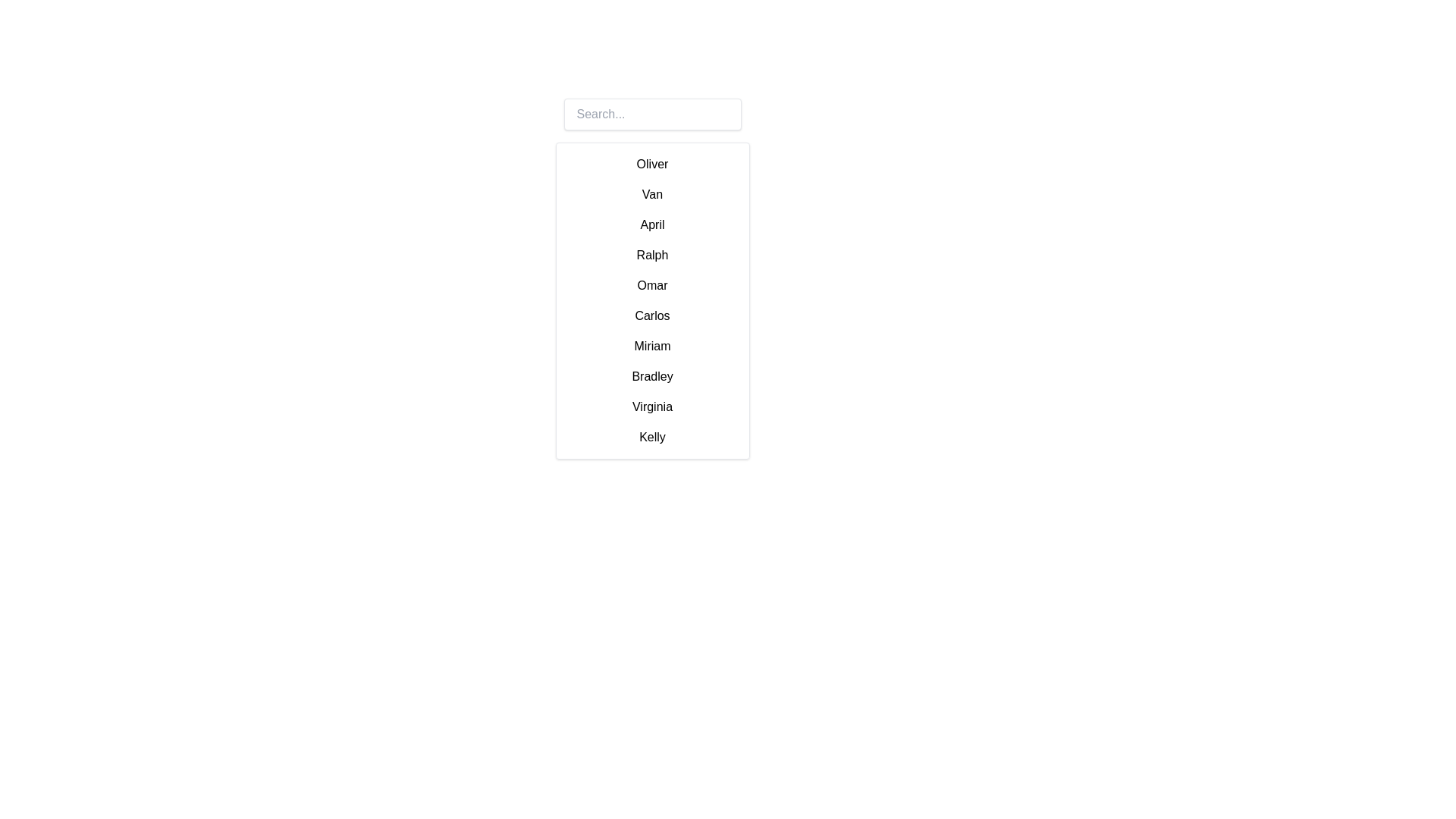  Describe the element at coordinates (652, 406) in the screenshot. I see `the list item labeled 'Virginia', which is the ninth item in a vertical list of names` at that location.